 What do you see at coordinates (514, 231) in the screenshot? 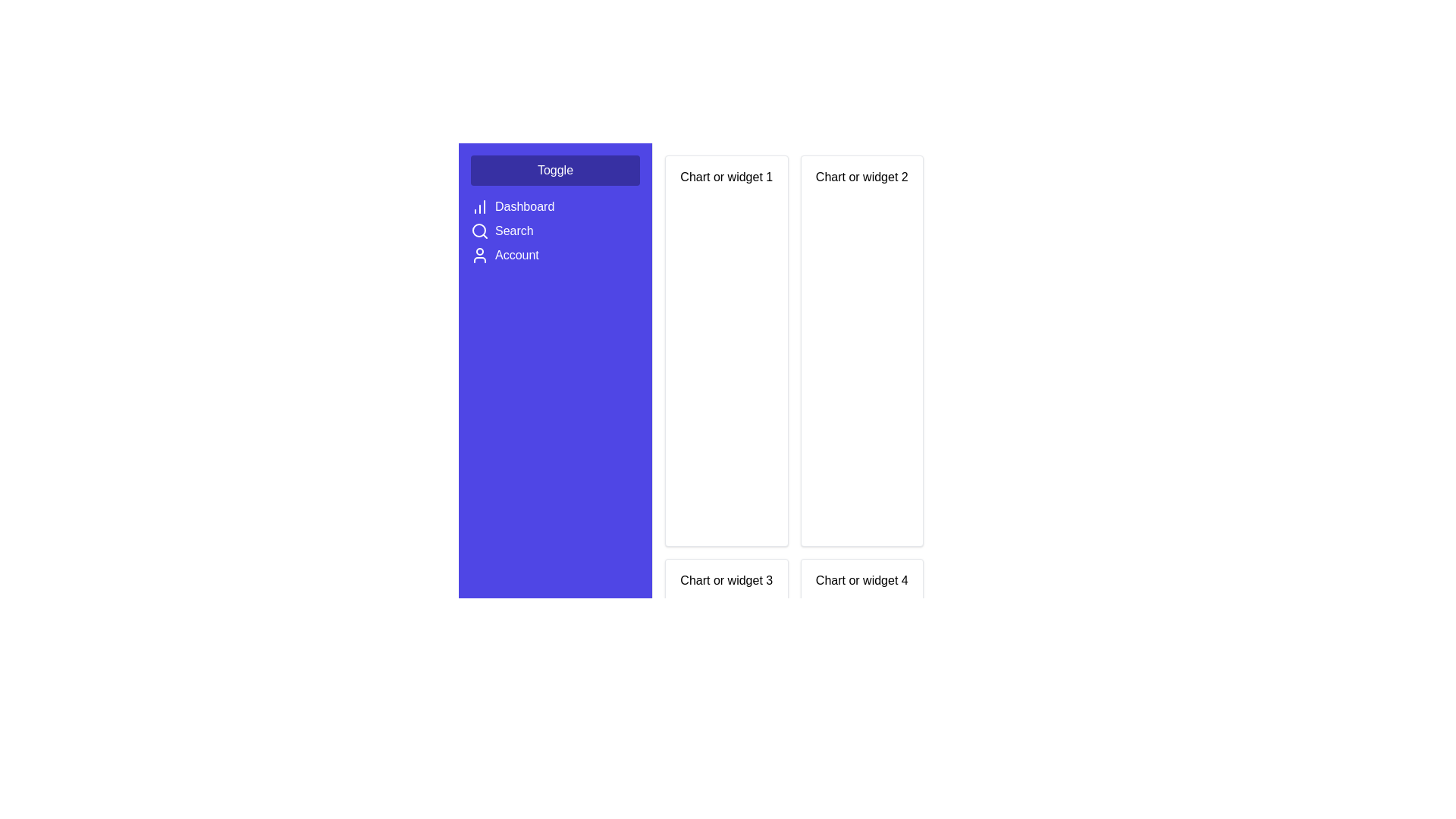
I see `the 'Search' text label located in the vertical navigation menu, which is displayed in white on a blue background, positioned below 'Dashboard' and above 'Account'` at bounding box center [514, 231].